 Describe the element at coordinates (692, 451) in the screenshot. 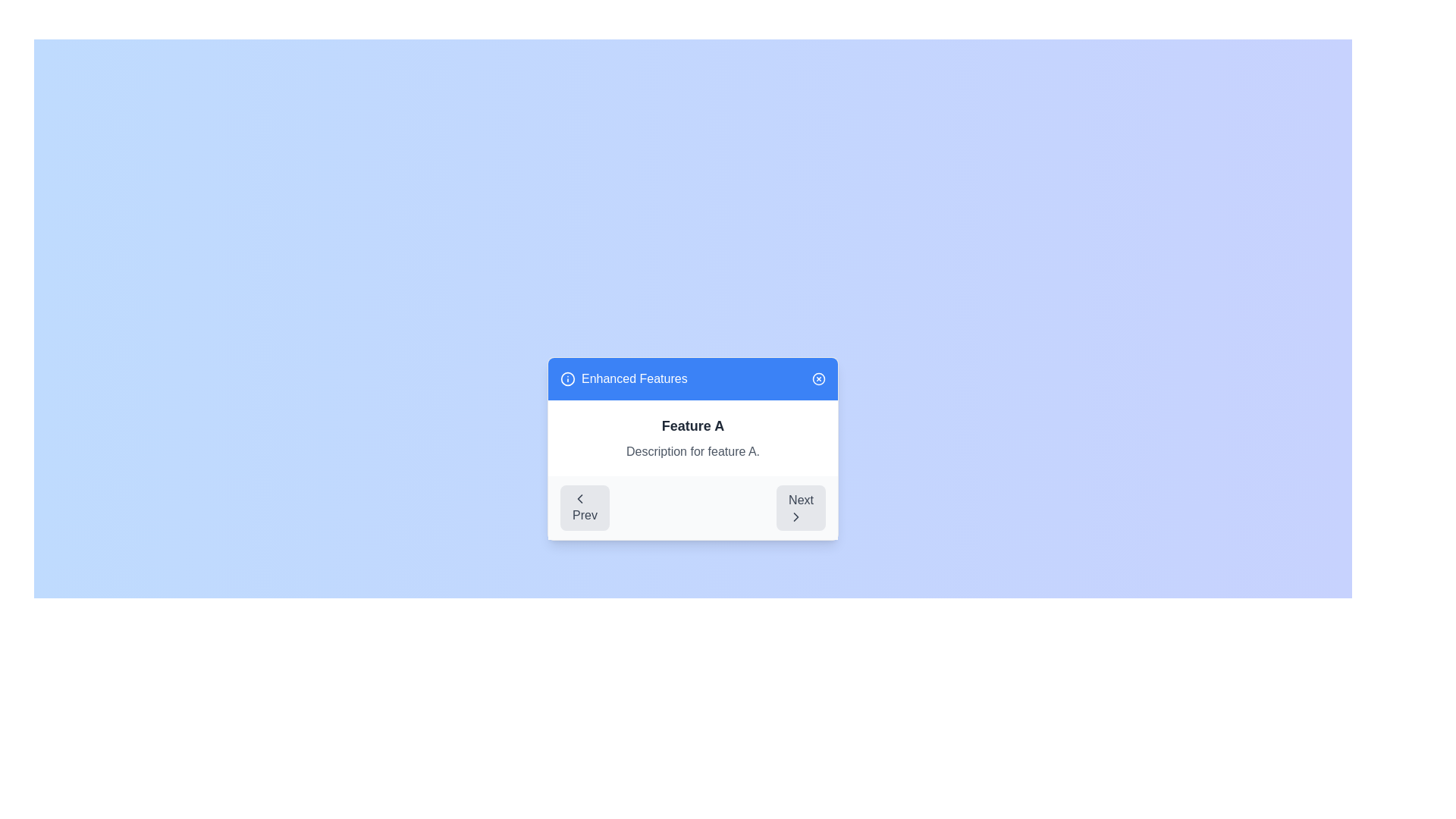

I see `the static text label providing information about 'Feature A', located at the center of the card element` at that location.